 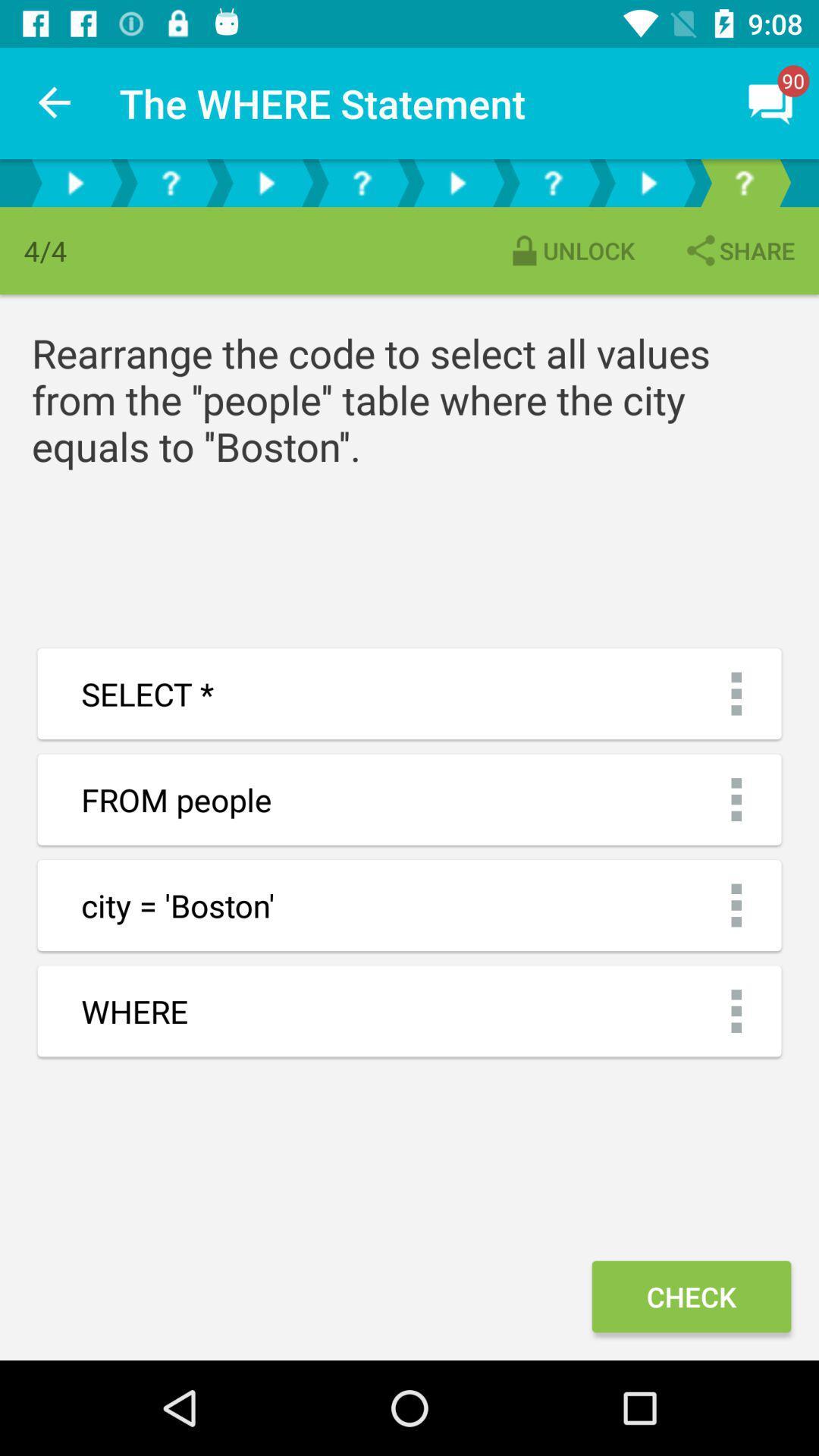 I want to click on the unlock item, so click(x=570, y=250).